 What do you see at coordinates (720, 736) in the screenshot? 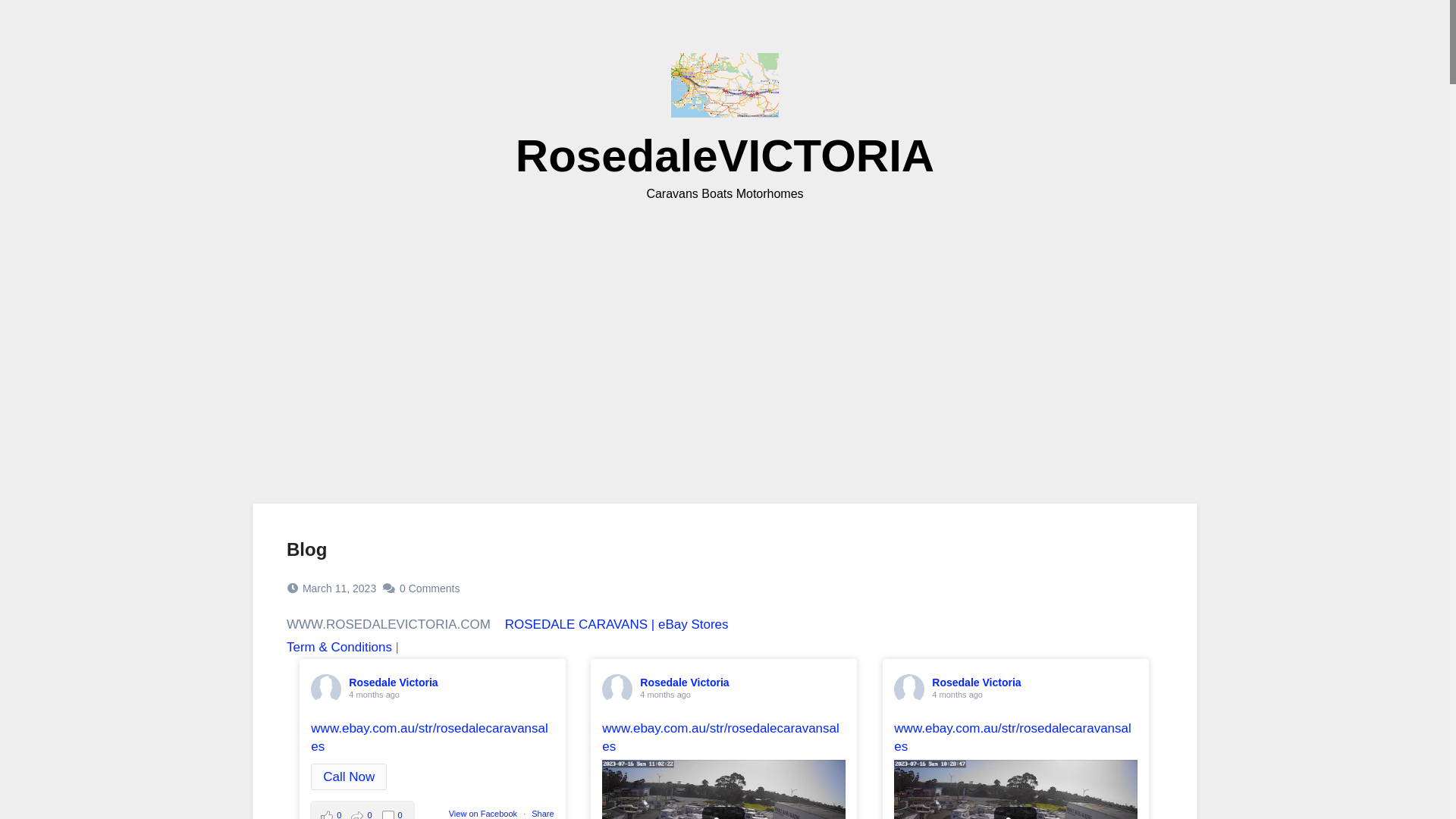
I see `'www.ebay.com.au/str/rosedalecaravansales'` at bounding box center [720, 736].